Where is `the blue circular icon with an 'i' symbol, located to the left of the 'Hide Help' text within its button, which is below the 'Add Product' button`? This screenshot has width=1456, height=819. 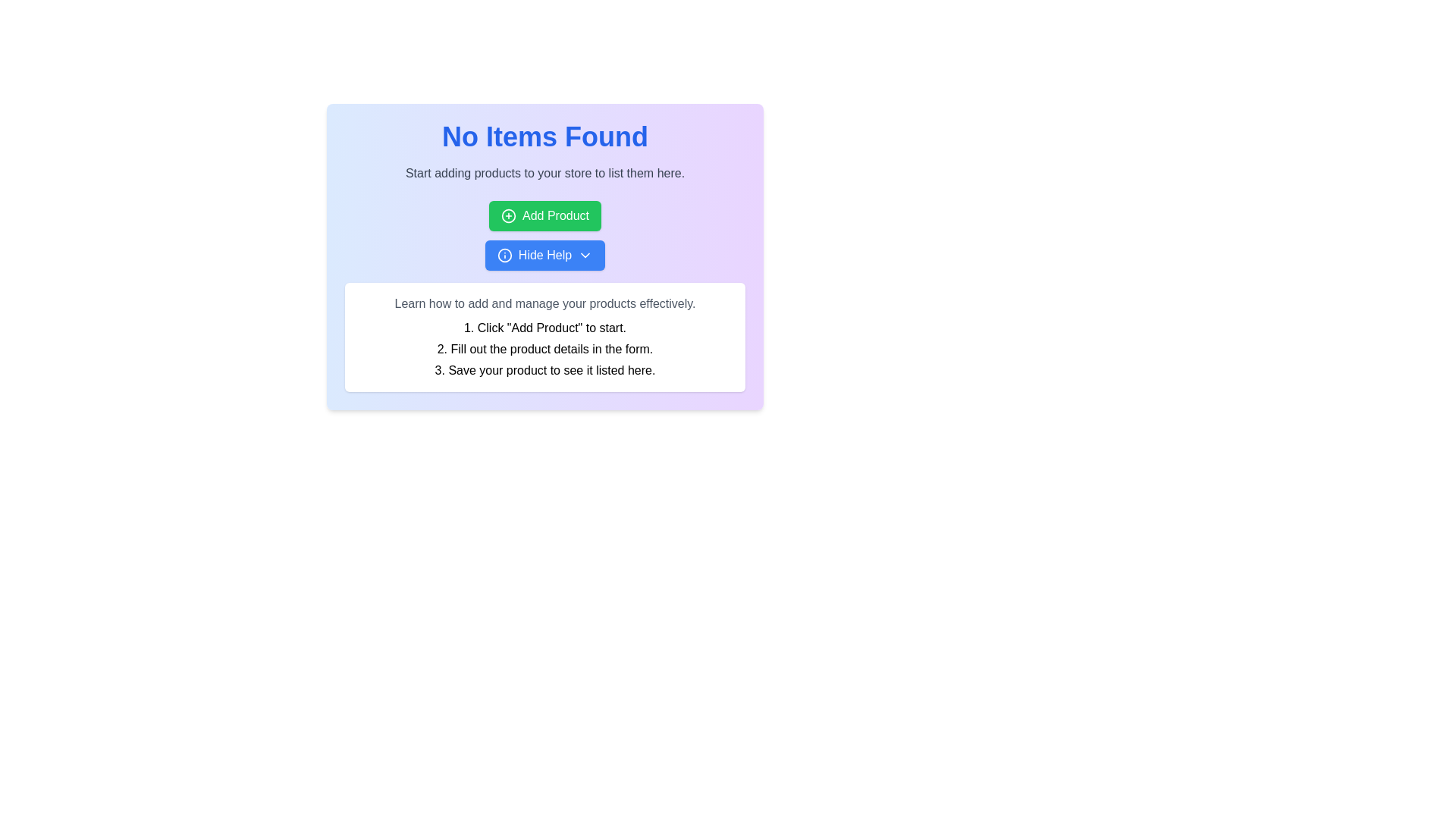
the blue circular icon with an 'i' symbol, located to the left of the 'Hide Help' text within its button, which is below the 'Add Product' button is located at coordinates (504, 254).